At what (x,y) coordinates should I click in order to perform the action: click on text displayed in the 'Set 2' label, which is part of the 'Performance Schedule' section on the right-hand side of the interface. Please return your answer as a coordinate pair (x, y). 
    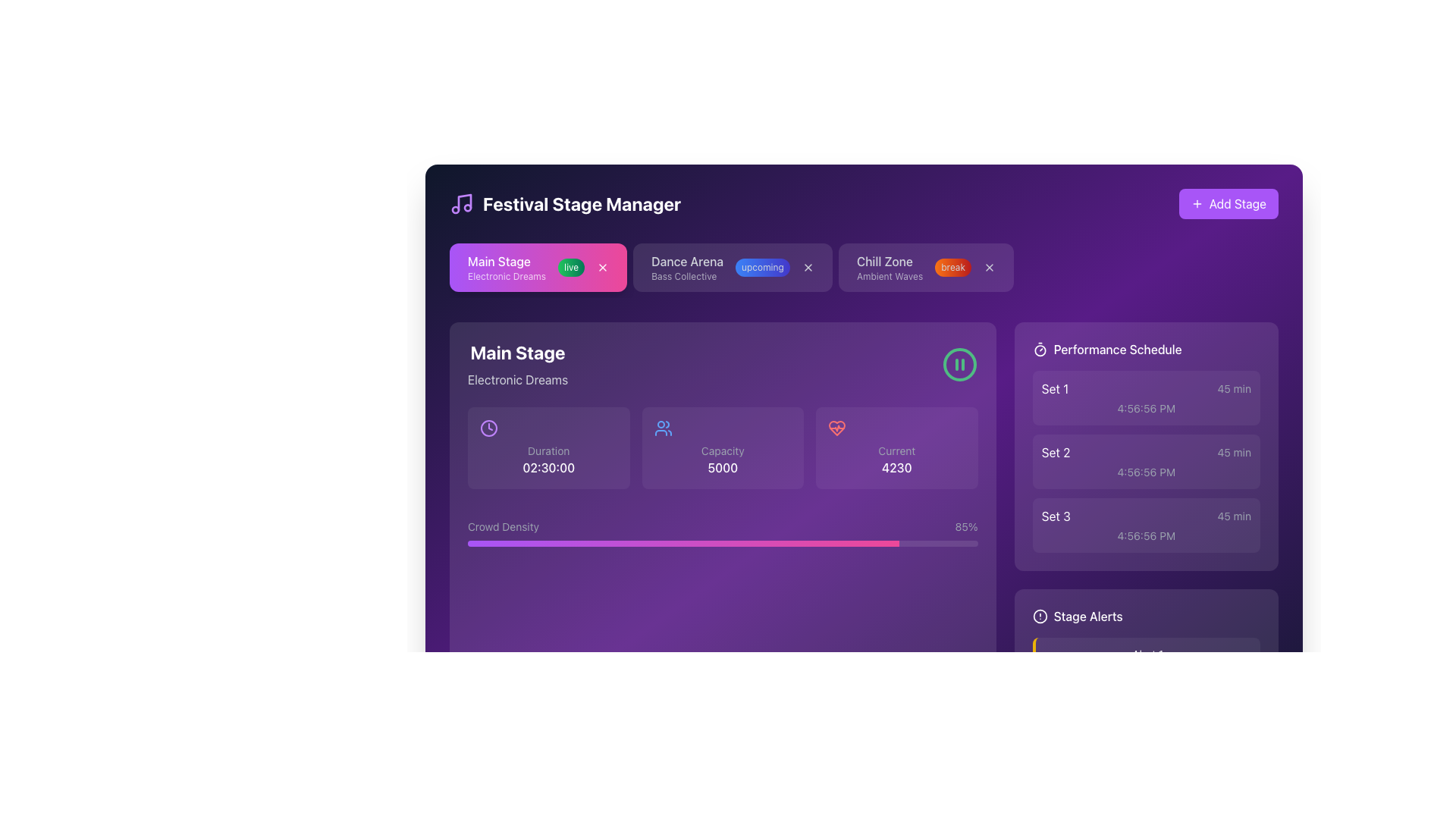
    Looking at the image, I should click on (1055, 452).